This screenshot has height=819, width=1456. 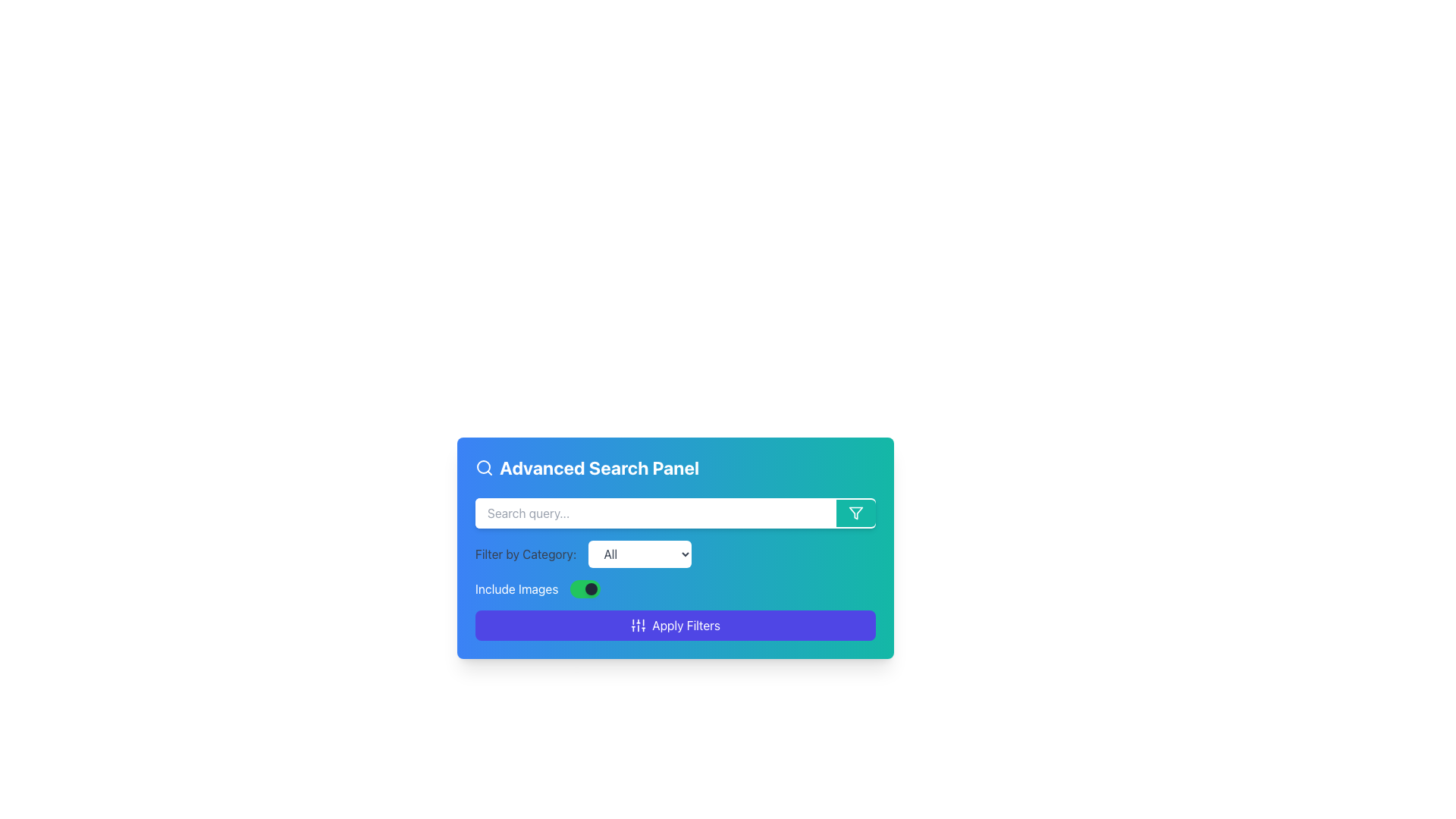 I want to click on the toggle switch labeled 'Include Images', so click(x=675, y=588).